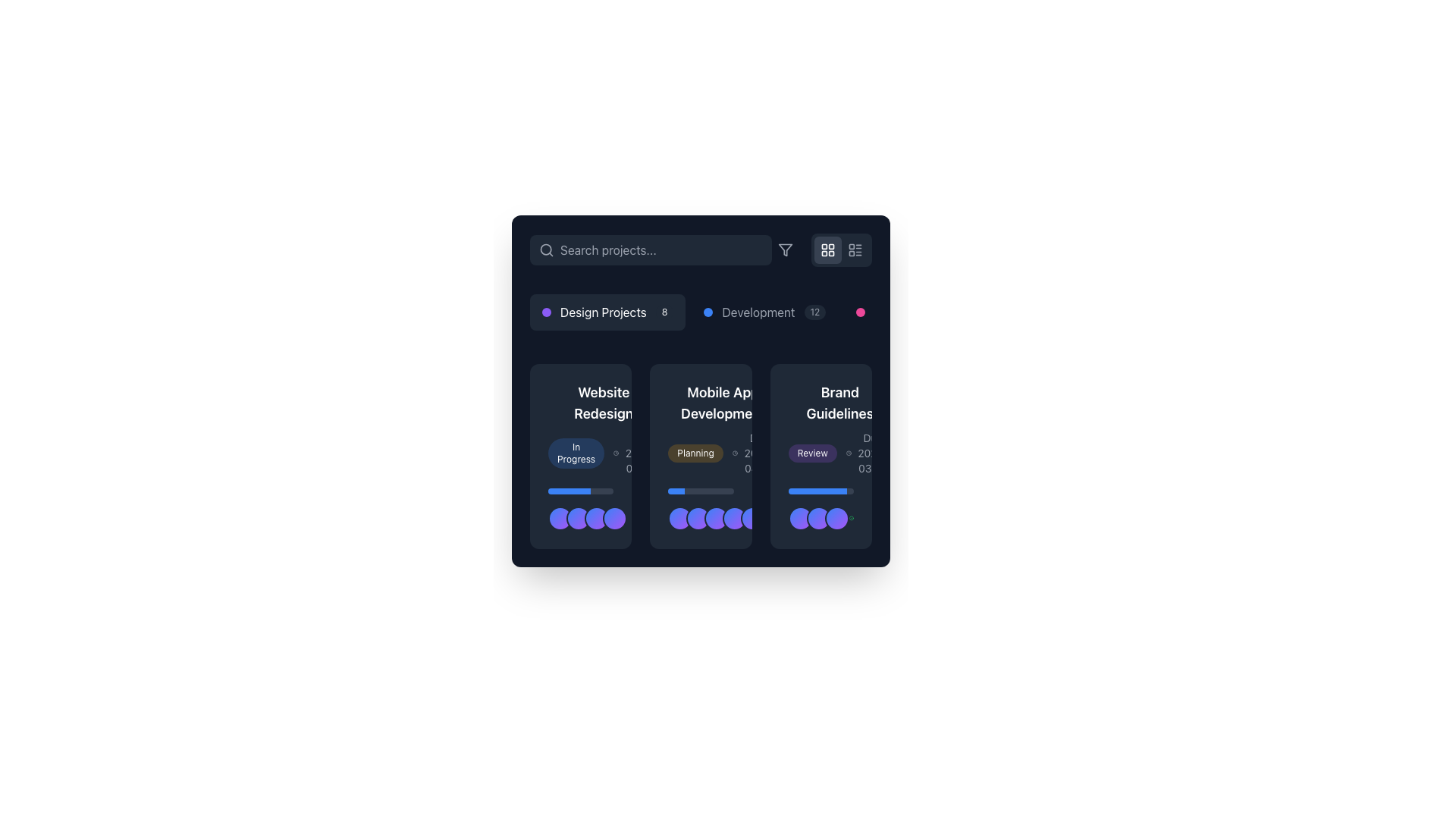  What do you see at coordinates (820, 491) in the screenshot?
I see `the progress bar located in the 'Brand Guidelines' card, just below the 'Review' label and above the circular elements` at bounding box center [820, 491].